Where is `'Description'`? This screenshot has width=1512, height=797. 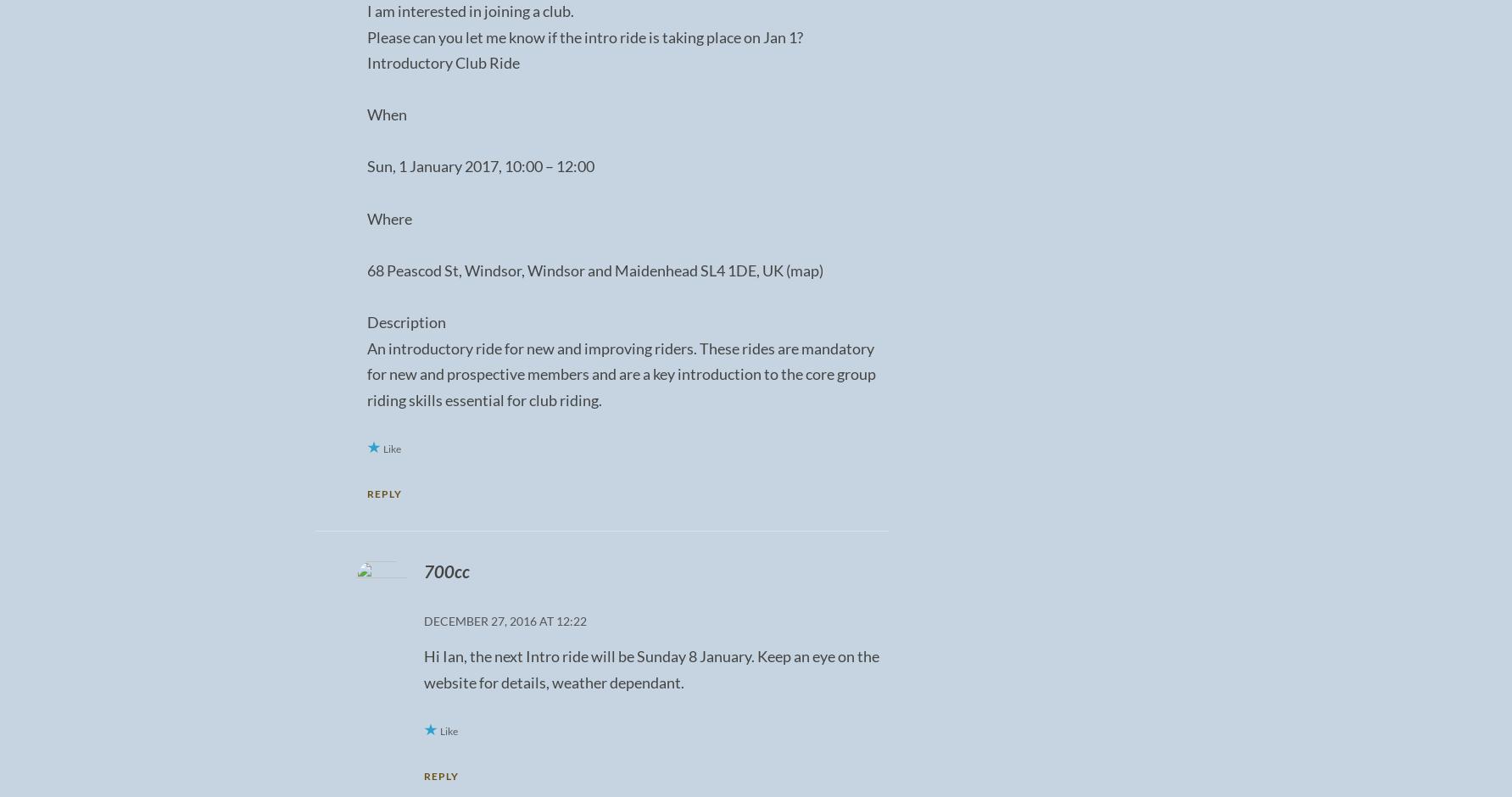
'Description' is located at coordinates (405, 321).